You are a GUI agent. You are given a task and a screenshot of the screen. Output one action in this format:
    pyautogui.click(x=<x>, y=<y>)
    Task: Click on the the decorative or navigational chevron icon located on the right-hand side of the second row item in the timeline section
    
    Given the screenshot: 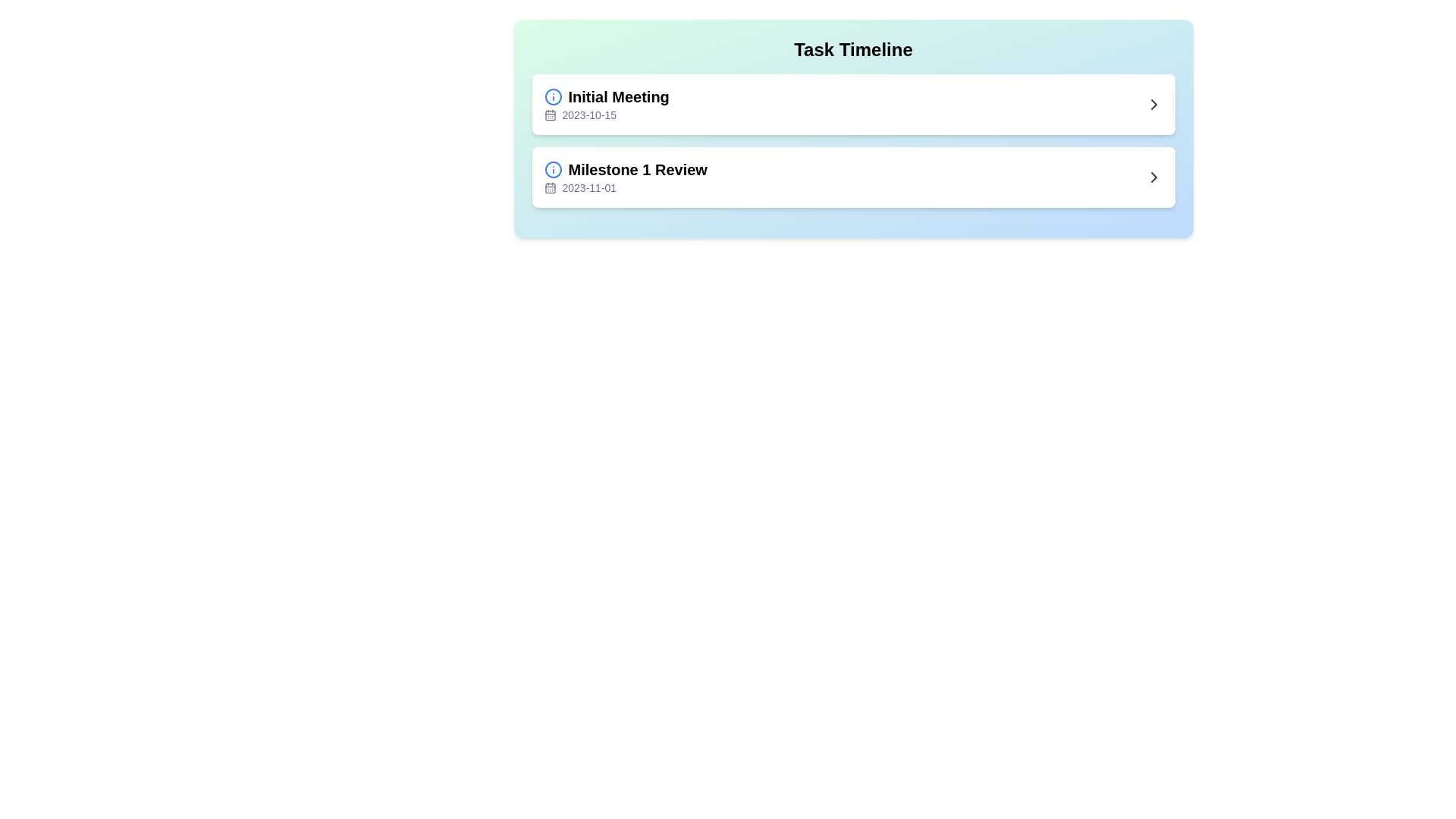 What is the action you would take?
    pyautogui.click(x=1153, y=177)
    